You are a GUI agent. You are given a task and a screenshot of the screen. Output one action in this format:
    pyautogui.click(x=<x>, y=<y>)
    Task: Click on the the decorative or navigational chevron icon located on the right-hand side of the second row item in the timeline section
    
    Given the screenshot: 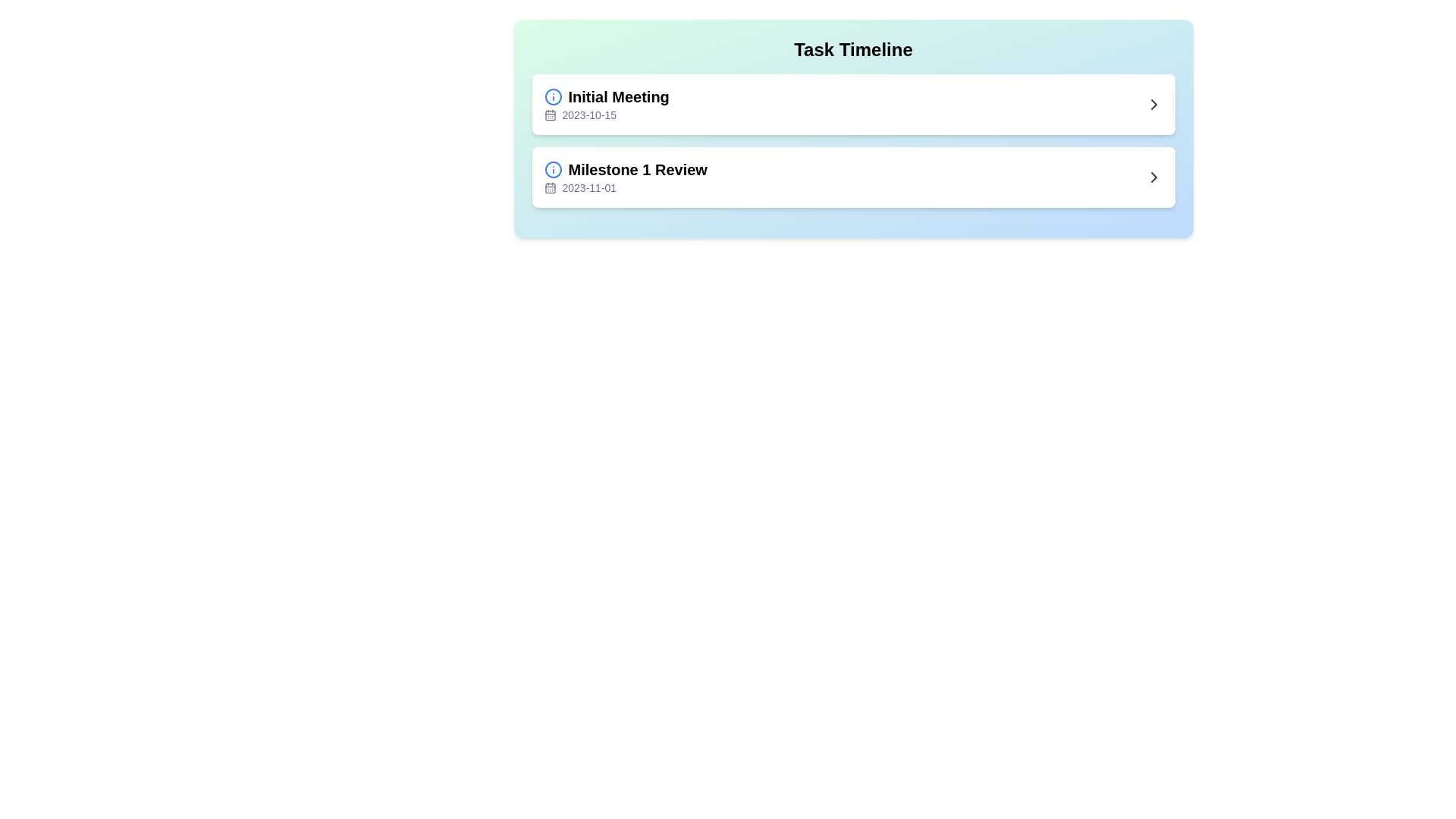 What is the action you would take?
    pyautogui.click(x=1153, y=177)
    